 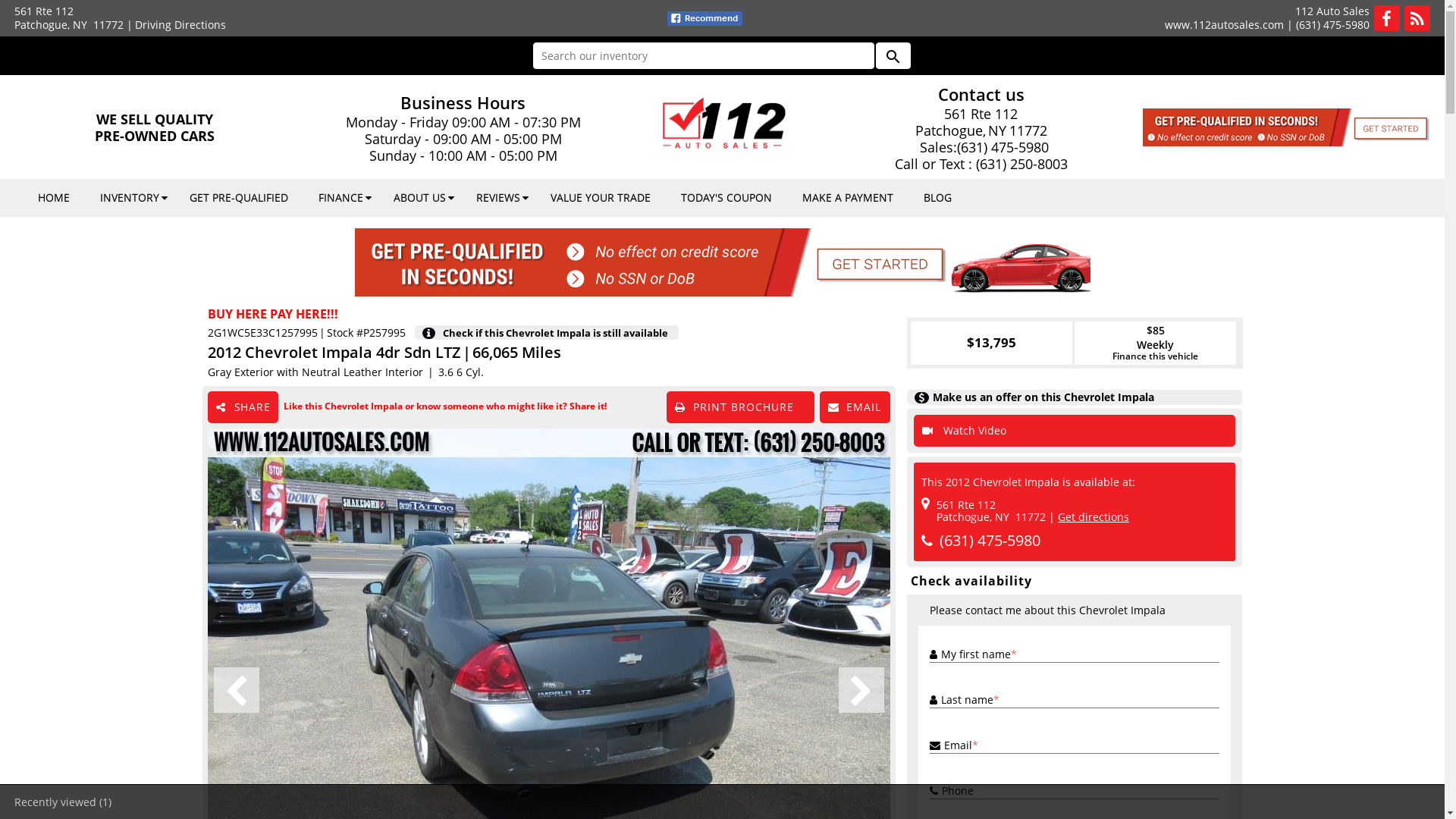 What do you see at coordinates (243, 406) in the screenshot?
I see `'SHARE'` at bounding box center [243, 406].